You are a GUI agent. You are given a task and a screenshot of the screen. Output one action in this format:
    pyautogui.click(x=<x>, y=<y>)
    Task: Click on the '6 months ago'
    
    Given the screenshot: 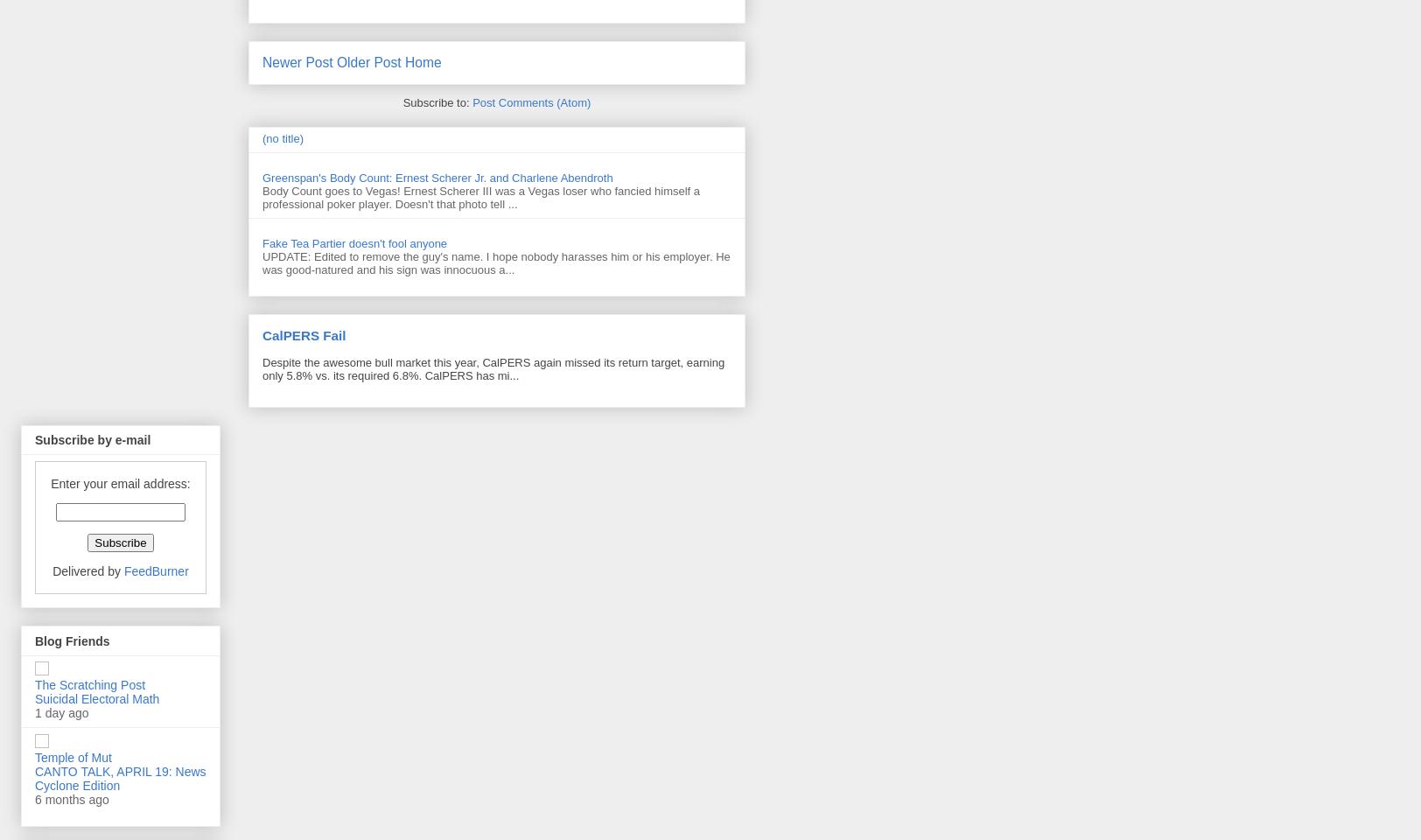 What is the action you would take?
    pyautogui.click(x=34, y=798)
    